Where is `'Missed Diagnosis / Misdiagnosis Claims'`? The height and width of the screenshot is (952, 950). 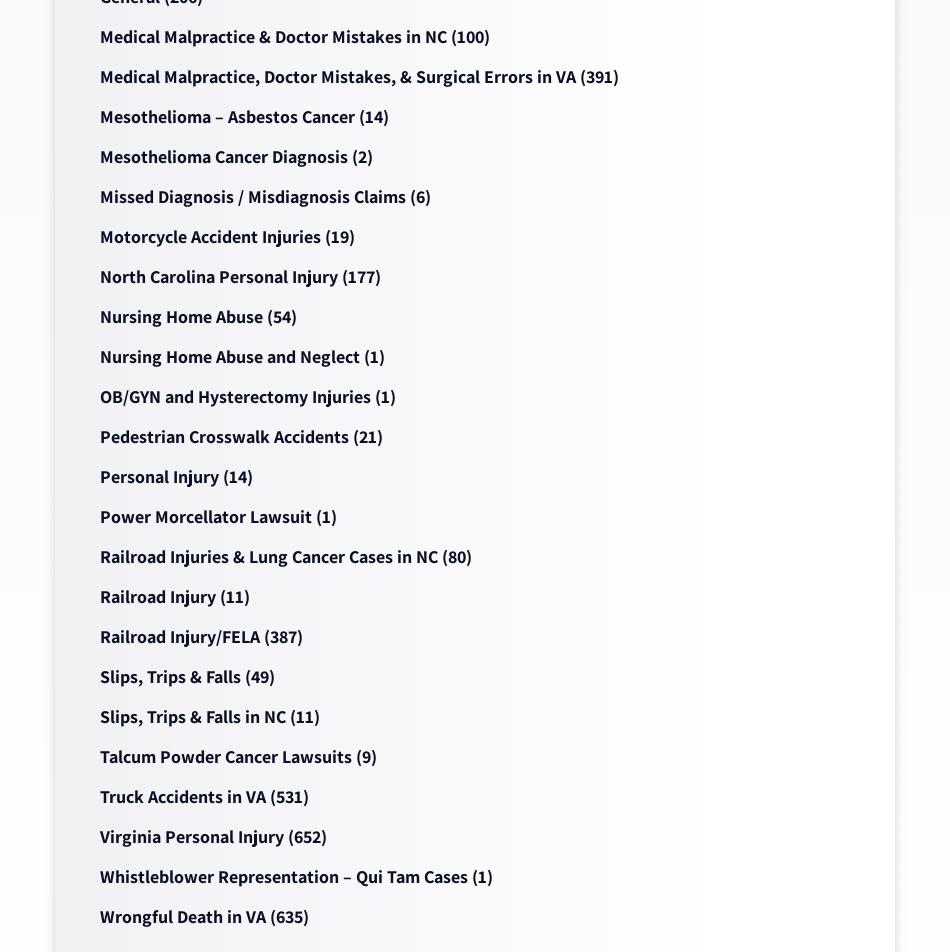 'Missed Diagnosis / Misdiagnosis Claims' is located at coordinates (100, 196).